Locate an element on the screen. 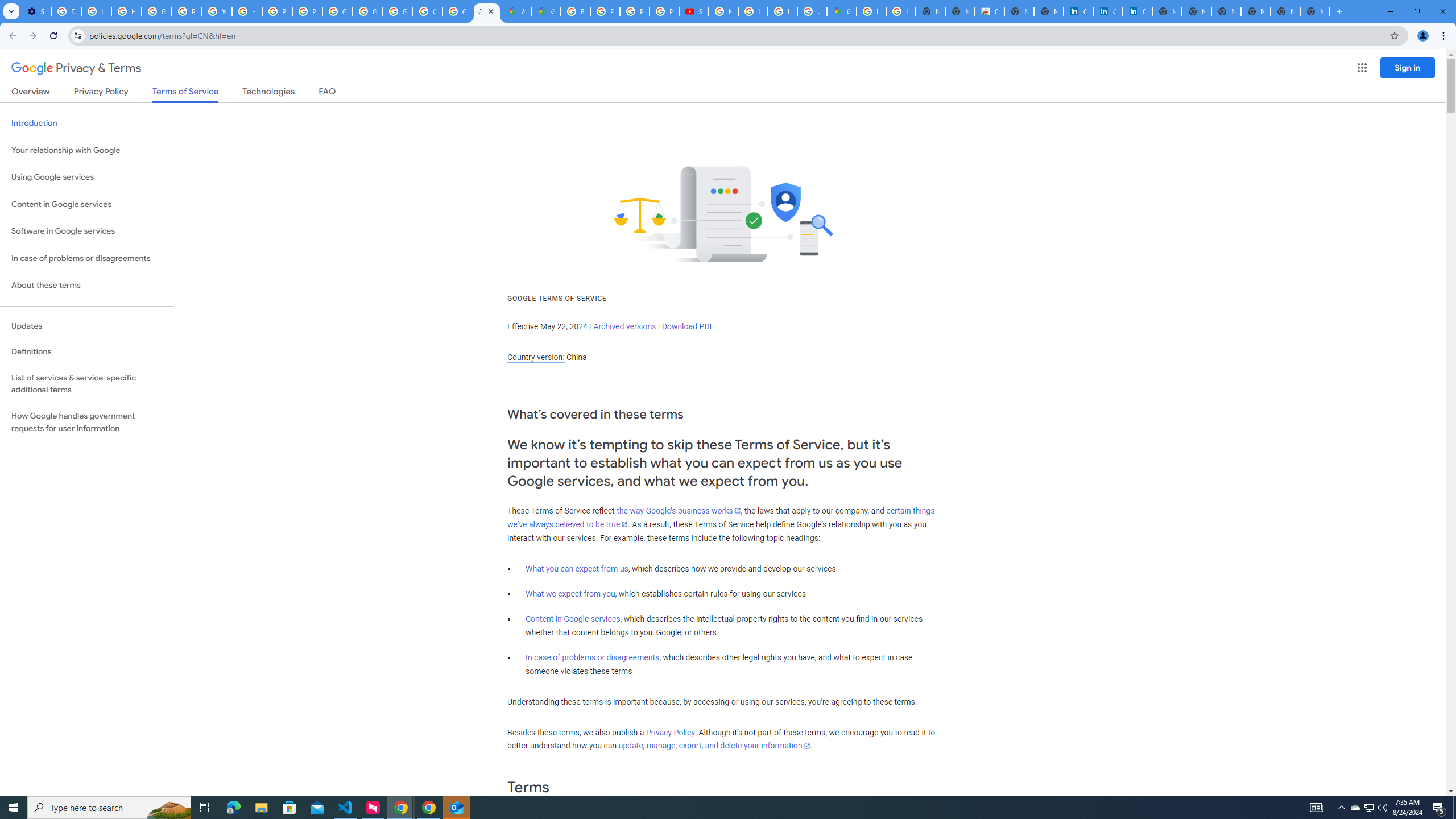  'New Tab' is located at coordinates (1314, 11).